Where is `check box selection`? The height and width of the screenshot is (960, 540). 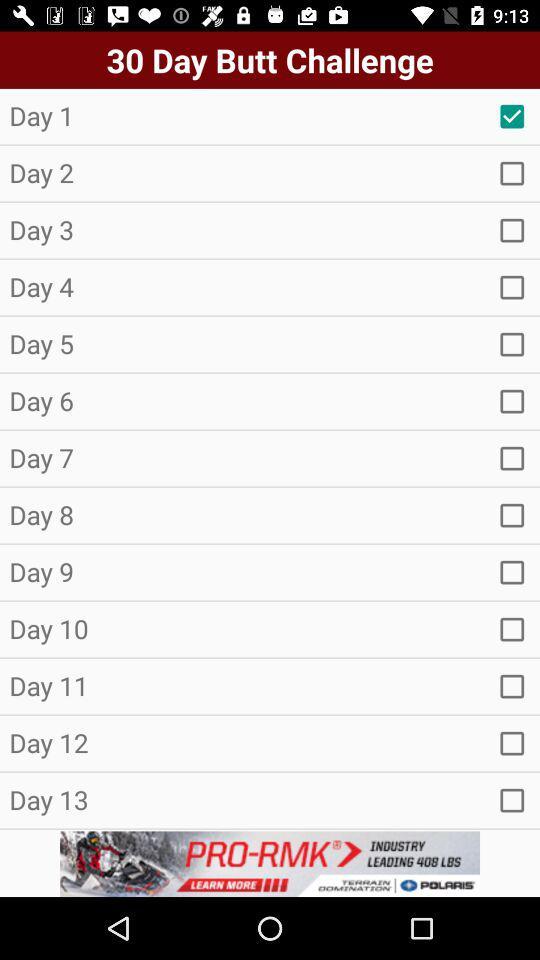 check box selection is located at coordinates (512, 514).